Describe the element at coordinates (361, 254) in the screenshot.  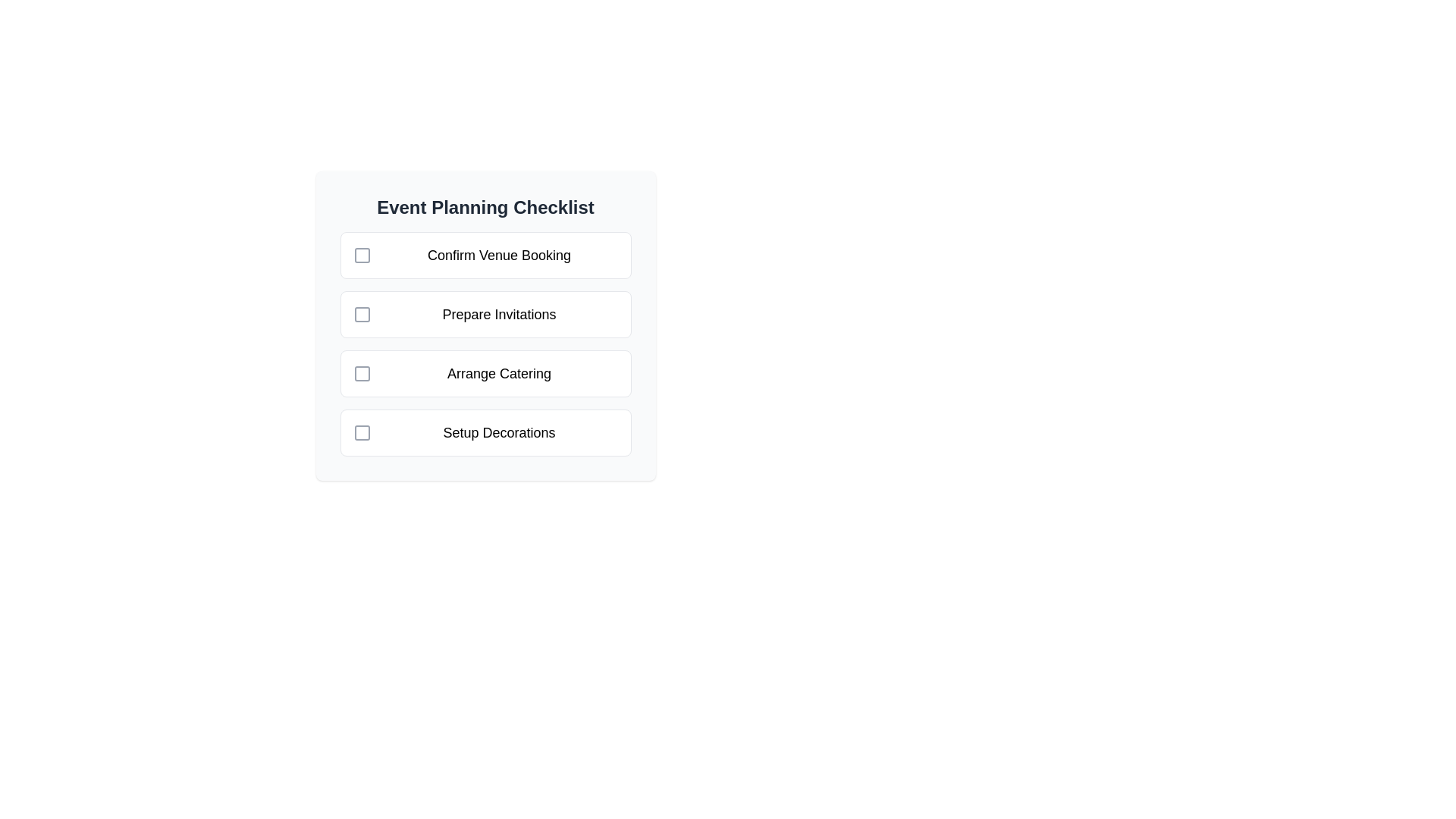
I see `the interactive checkbox for 'Confirm Venue Booking'` at that location.